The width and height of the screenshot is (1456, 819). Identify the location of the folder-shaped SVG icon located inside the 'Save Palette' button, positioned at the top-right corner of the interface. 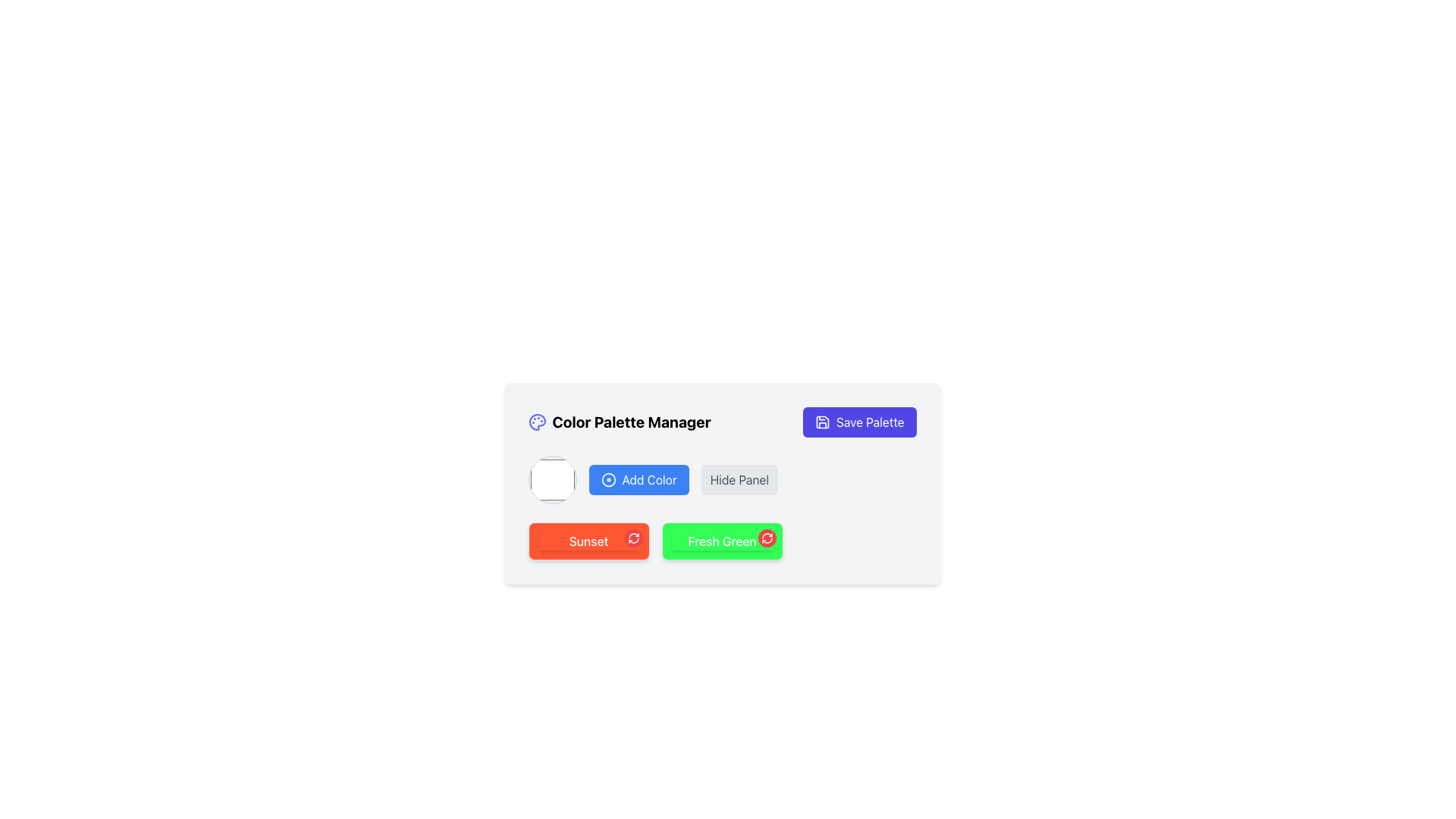
(821, 422).